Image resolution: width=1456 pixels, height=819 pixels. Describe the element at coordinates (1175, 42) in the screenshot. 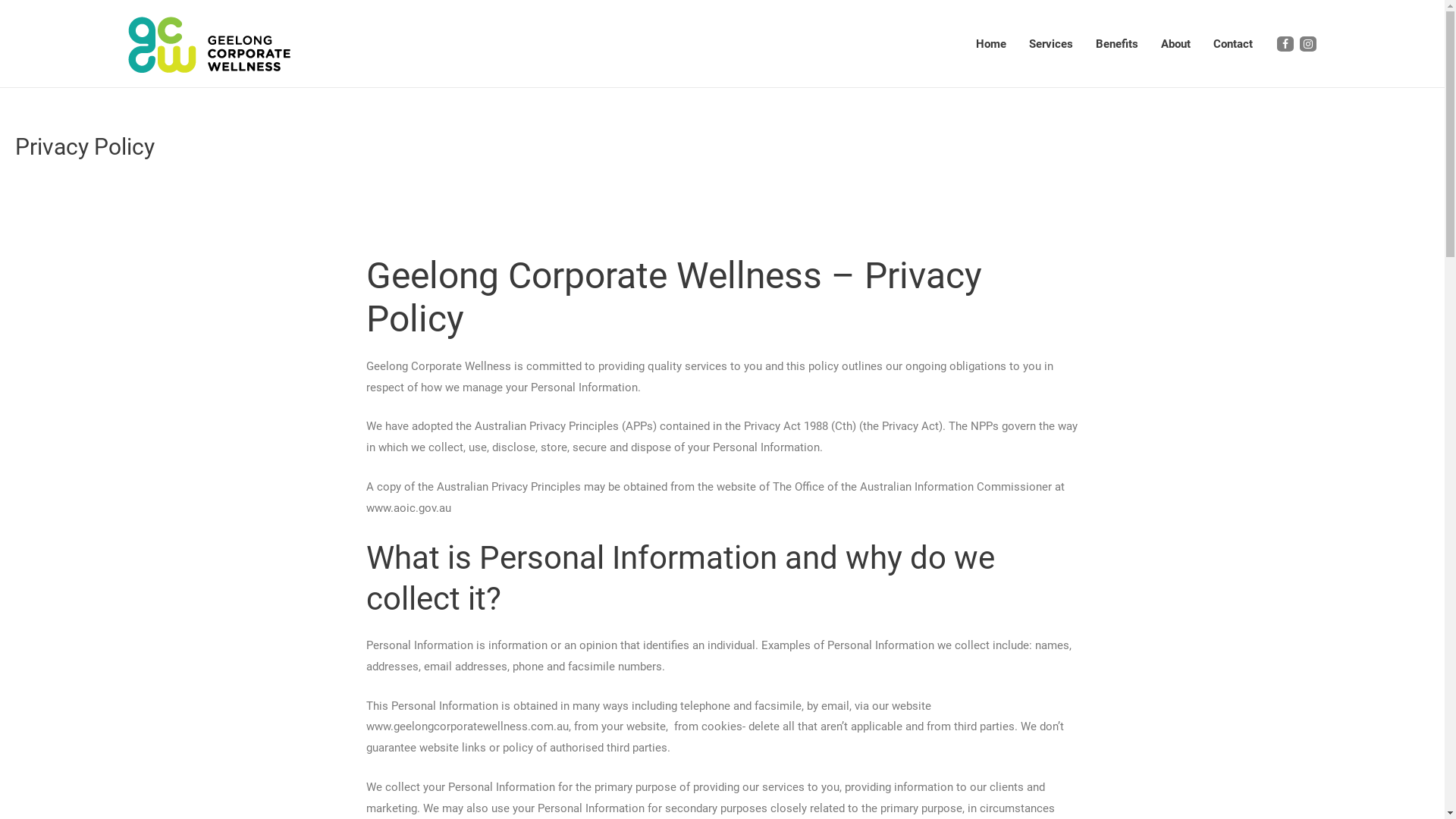

I see `'About'` at that location.